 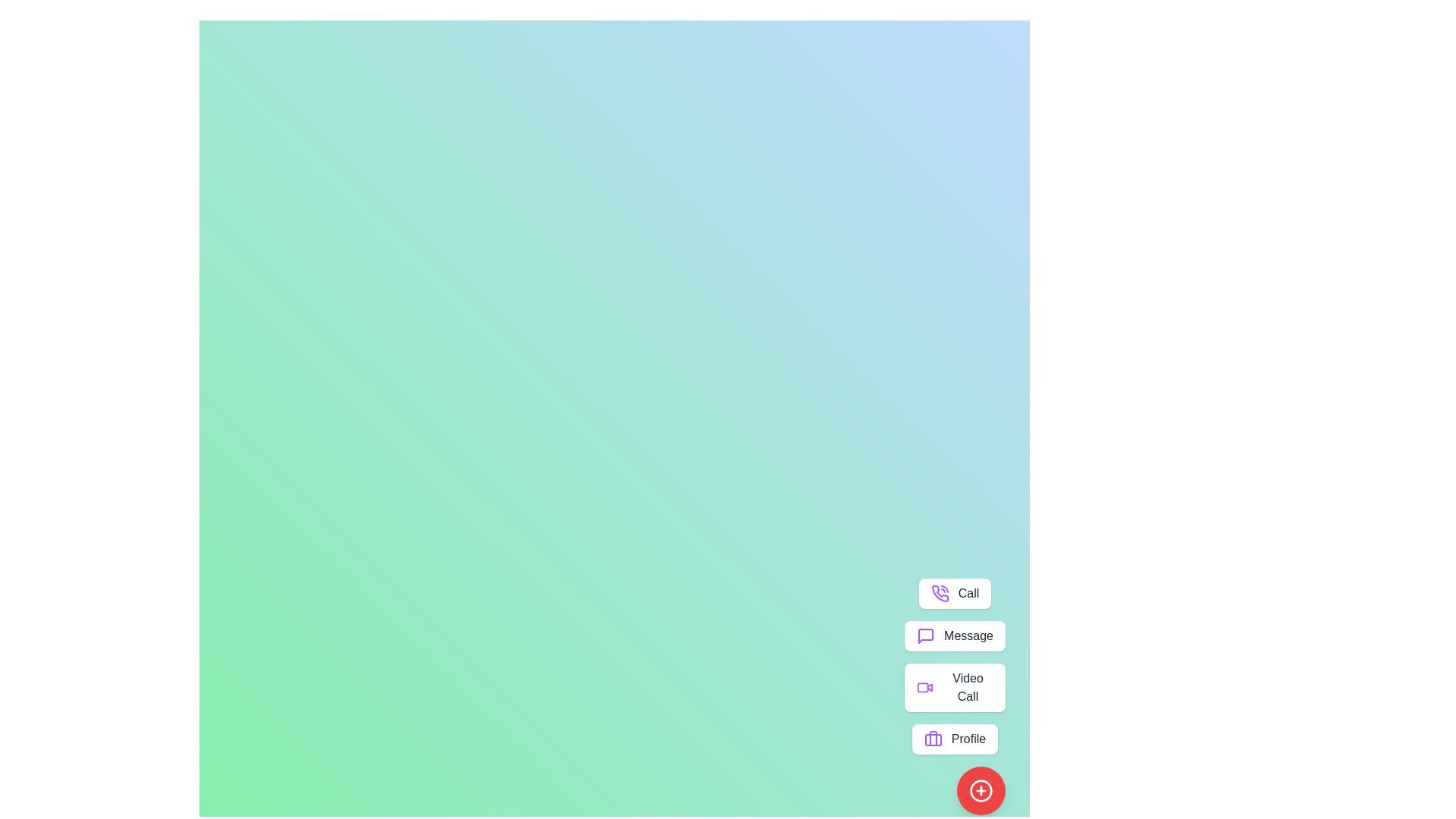 What do you see at coordinates (953, 636) in the screenshot?
I see `the 'Message' button to select the option` at bounding box center [953, 636].